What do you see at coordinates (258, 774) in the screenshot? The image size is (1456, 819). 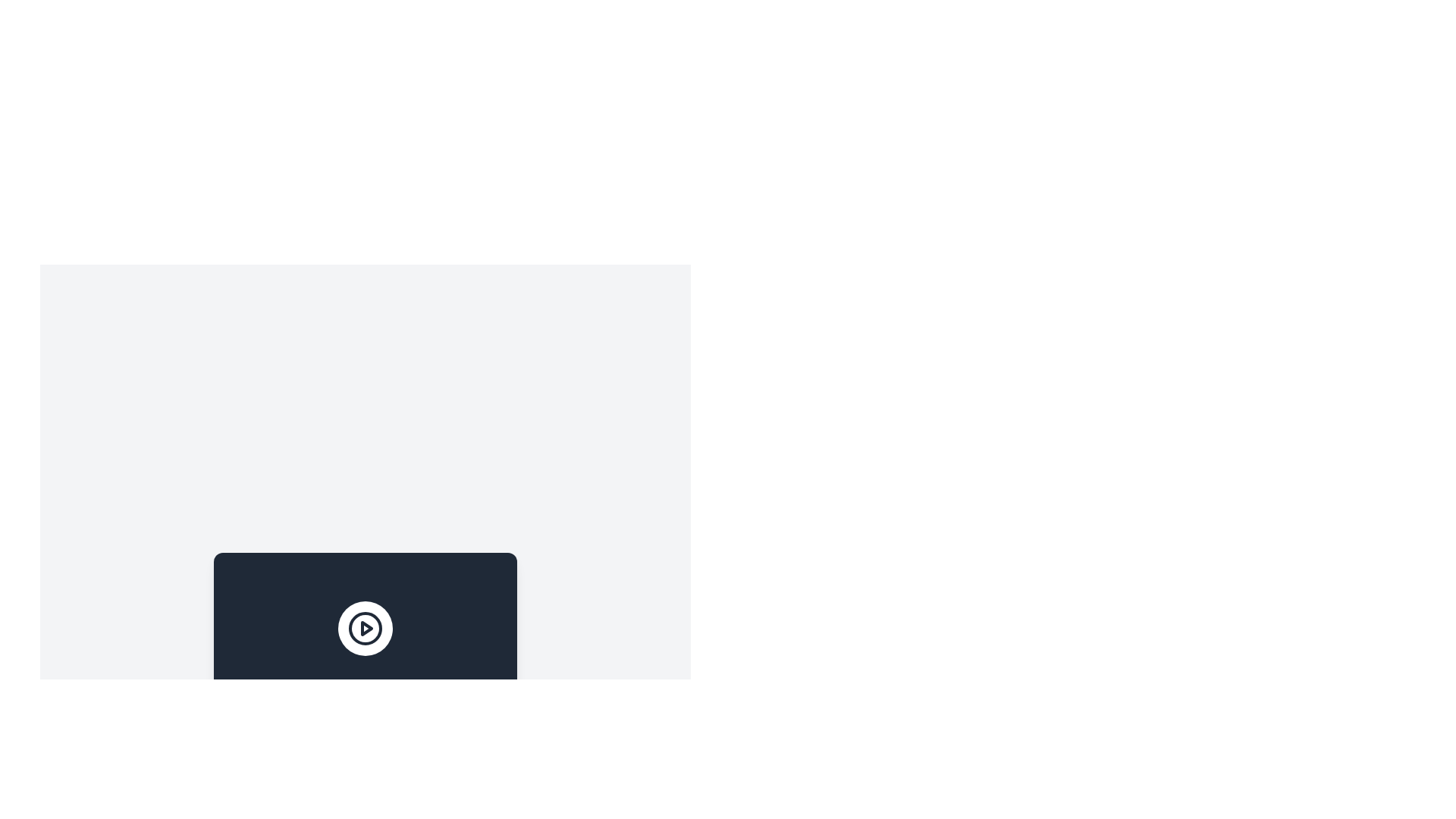 I see `the text label displaying 'Like' which is positioned immediately to the right of a heart icon` at bounding box center [258, 774].